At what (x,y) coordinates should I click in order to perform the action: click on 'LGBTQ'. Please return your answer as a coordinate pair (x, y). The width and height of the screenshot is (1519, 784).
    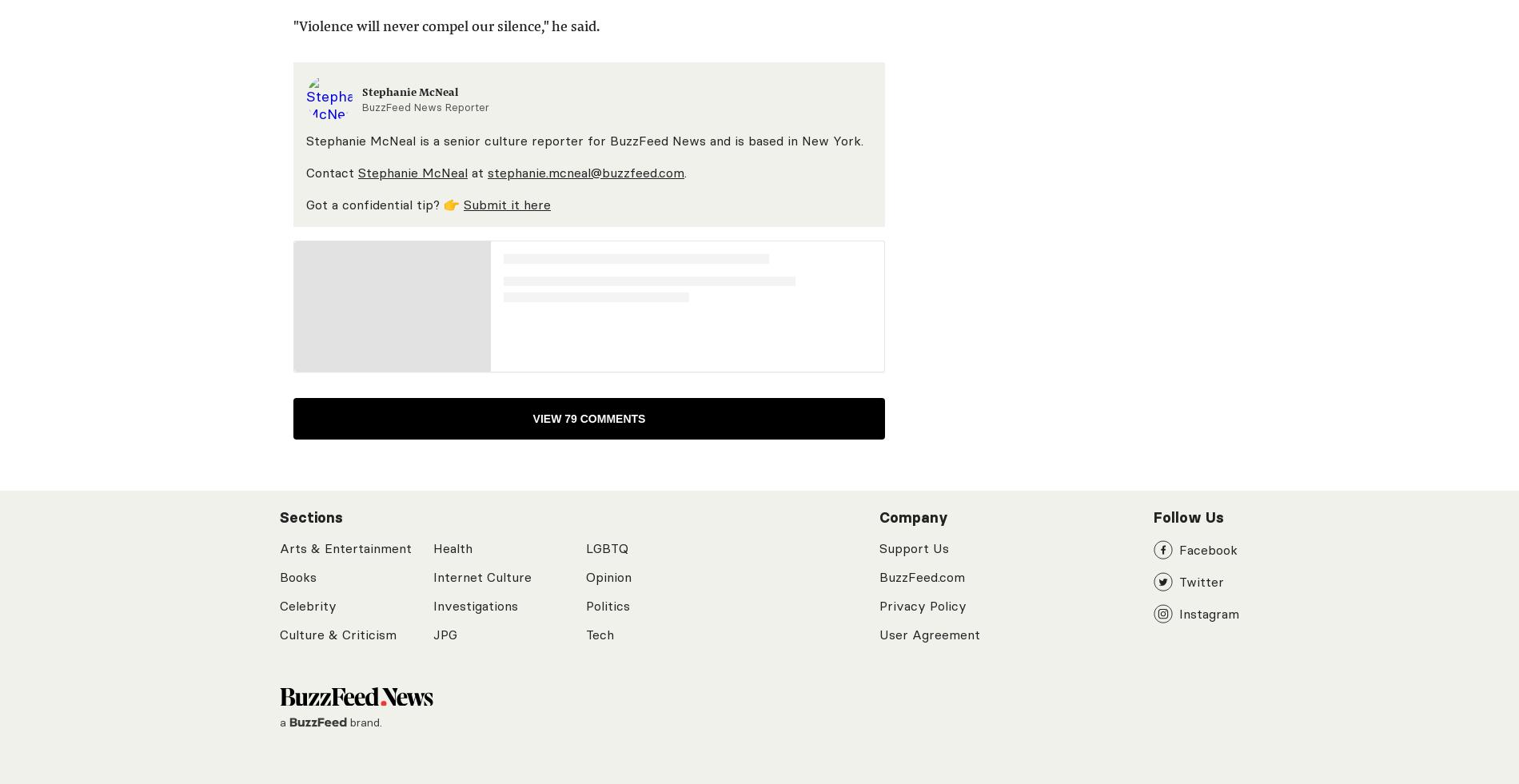
    Looking at the image, I should click on (606, 547).